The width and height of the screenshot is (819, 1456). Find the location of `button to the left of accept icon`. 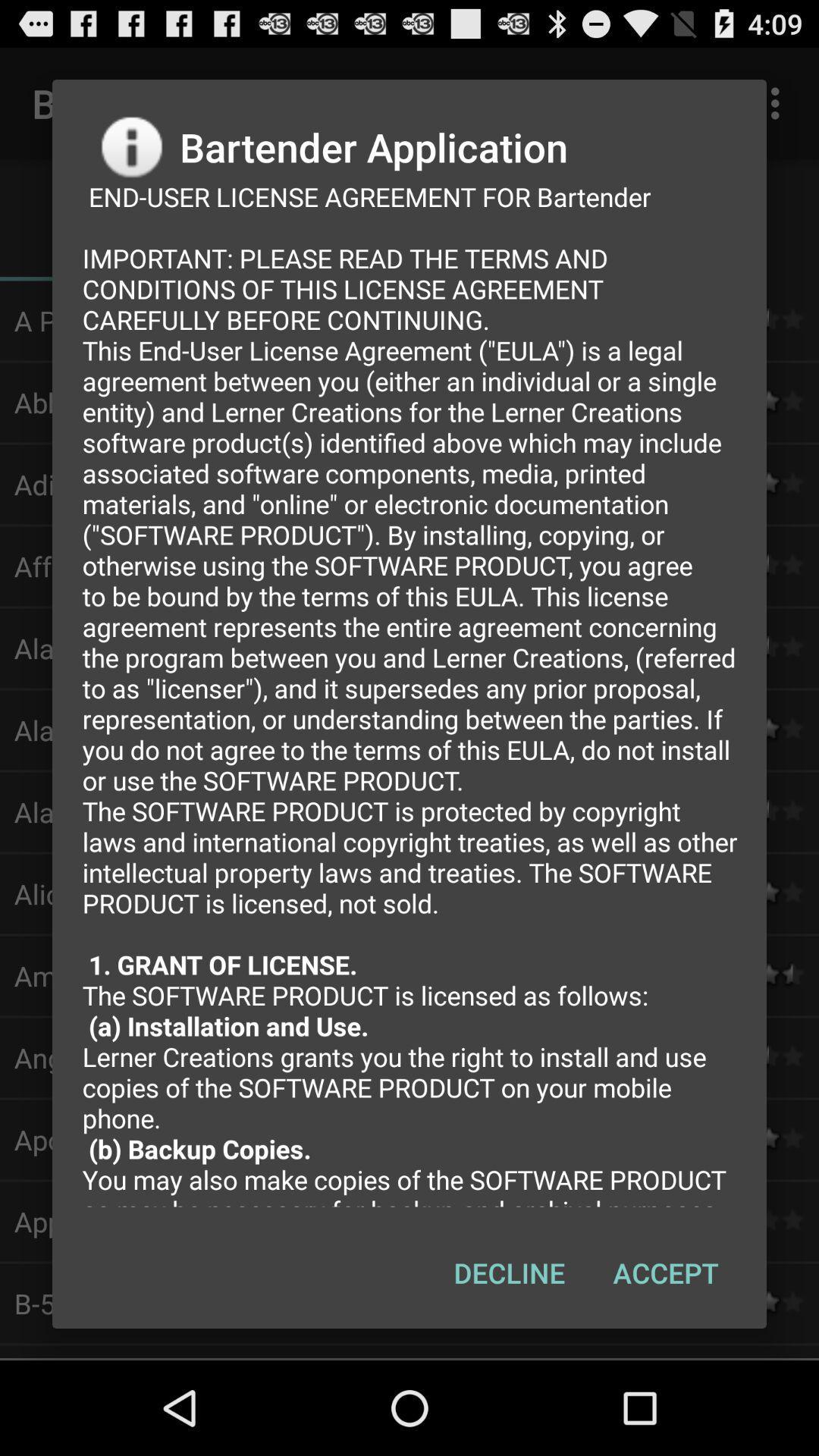

button to the left of accept icon is located at coordinates (509, 1272).